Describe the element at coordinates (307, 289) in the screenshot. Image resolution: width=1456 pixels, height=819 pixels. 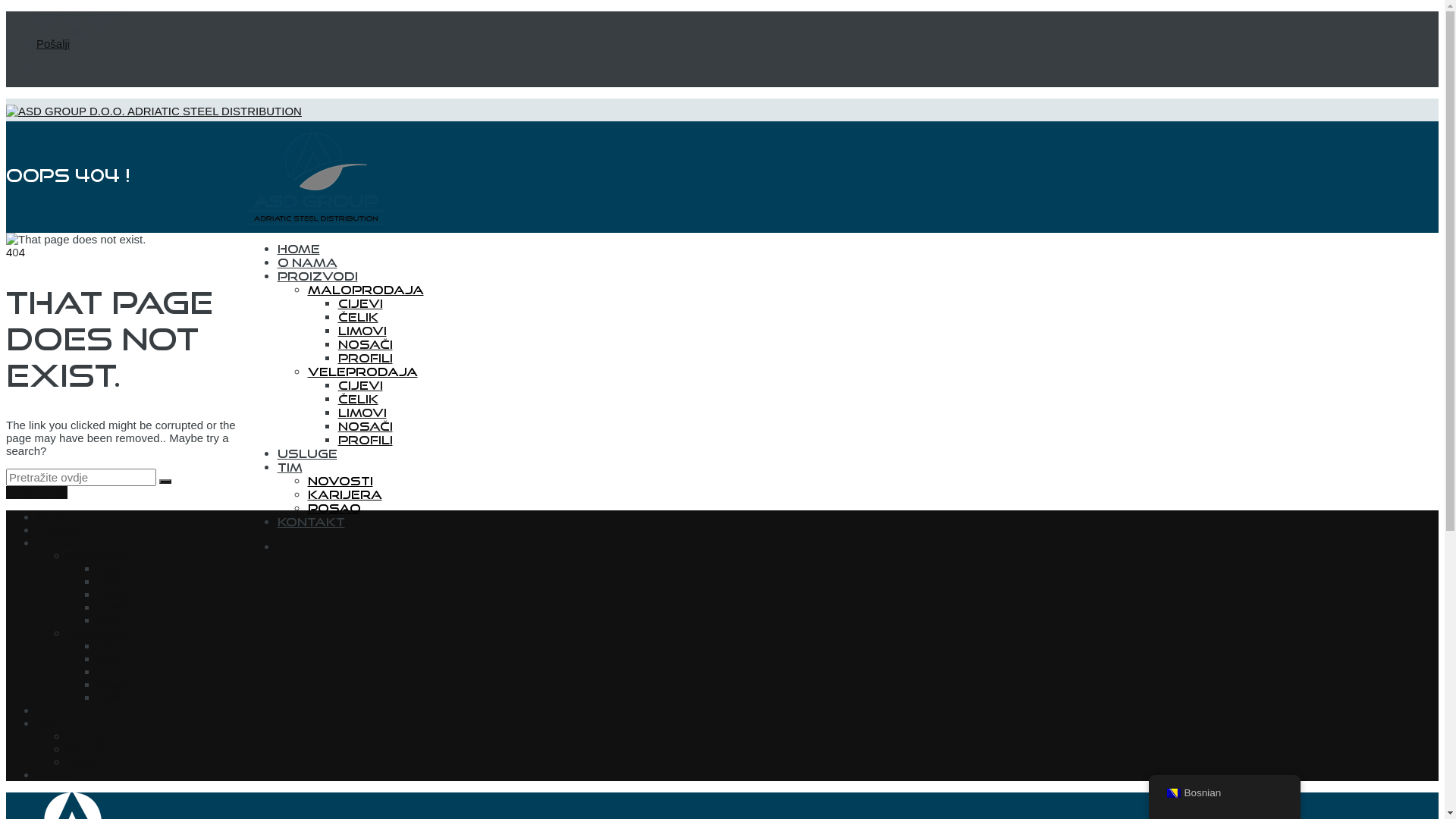
I see `'Maloprodaja'` at that location.